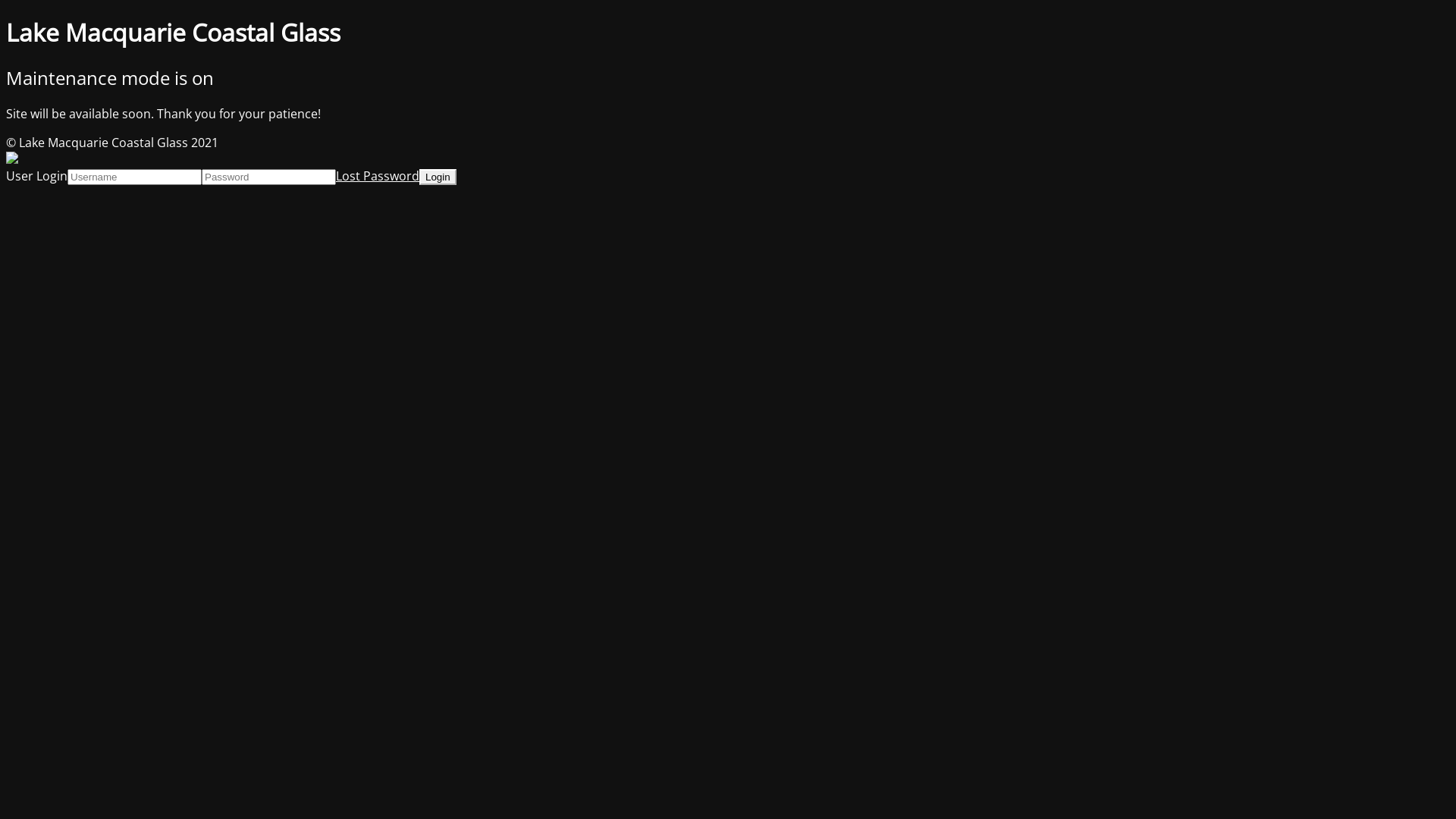 This screenshot has height=819, width=1456. What do you see at coordinates (378, 174) in the screenshot?
I see `'Lost Password'` at bounding box center [378, 174].